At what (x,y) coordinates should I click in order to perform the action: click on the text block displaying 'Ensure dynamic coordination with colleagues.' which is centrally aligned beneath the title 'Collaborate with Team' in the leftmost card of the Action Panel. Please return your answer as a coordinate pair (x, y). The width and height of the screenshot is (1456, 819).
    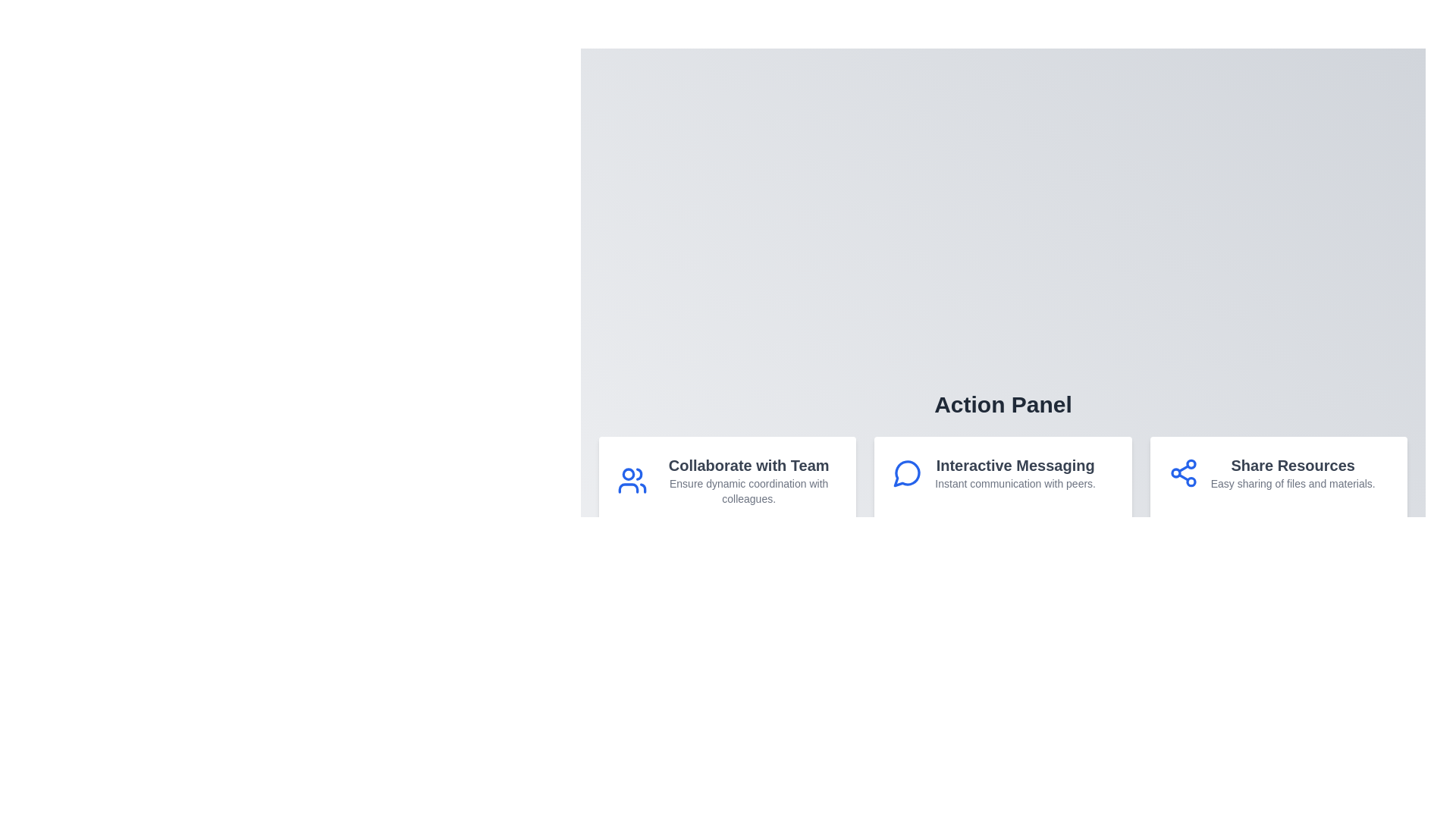
    Looking at the image, I should click on (748, 491).